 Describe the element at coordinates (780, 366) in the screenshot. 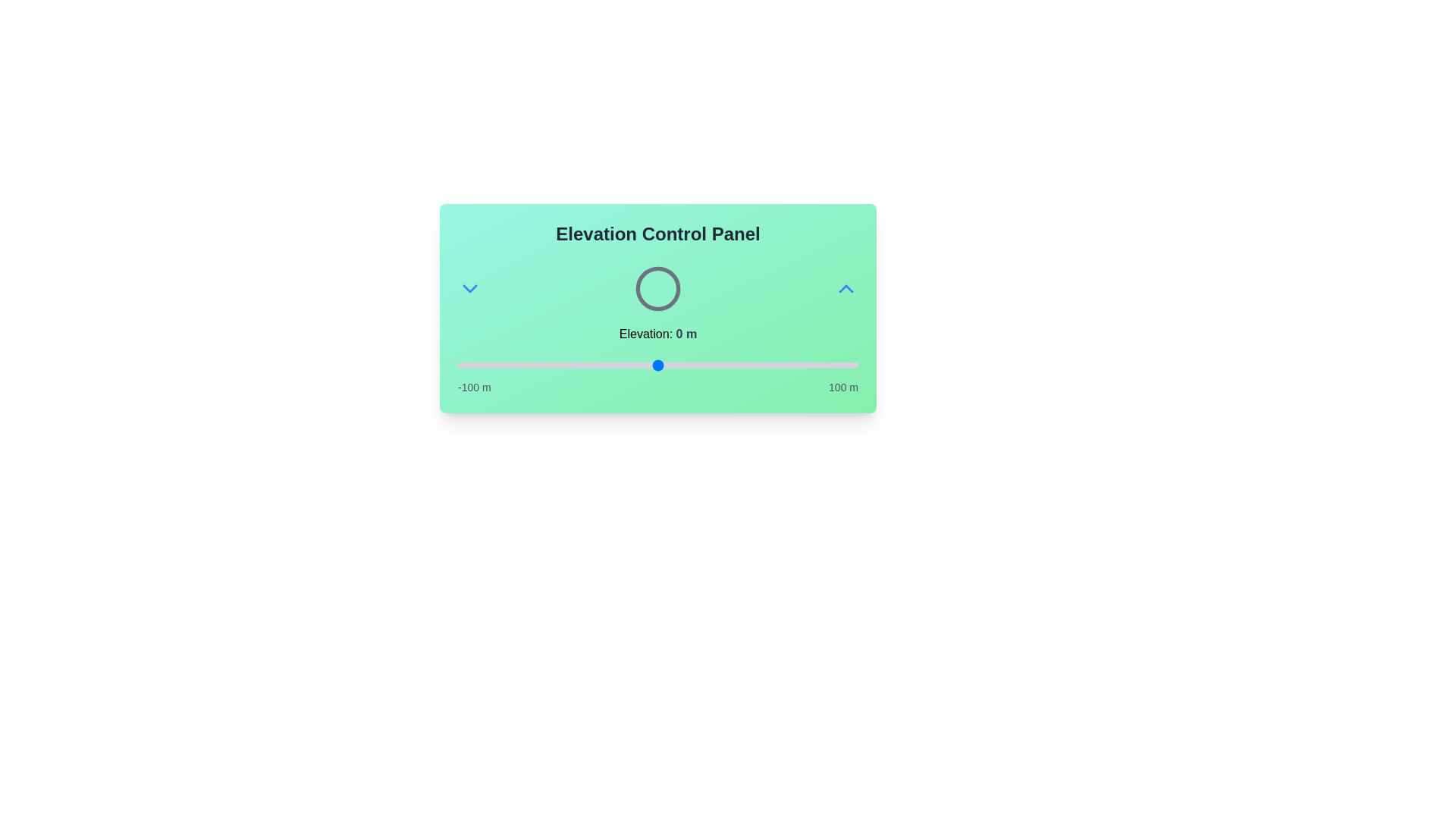

I see `the elevation to 61 meters using the slider` at that location.